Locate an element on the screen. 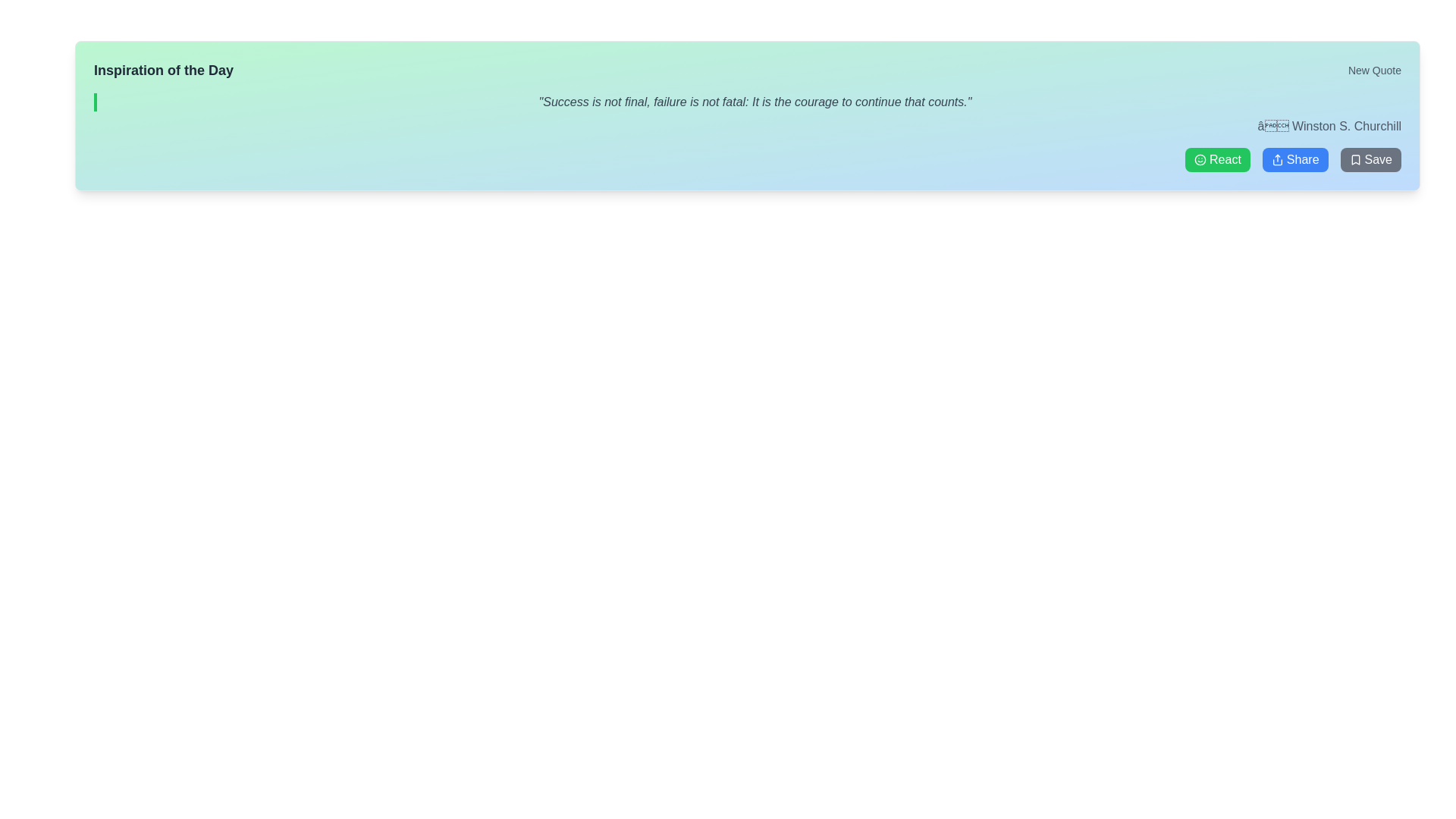 The image size is (1456, 819). the second button in a group of three buttons, located to the right of the 'React' button and to the left of the 'Save' button is located at coordinates (1294, 160).